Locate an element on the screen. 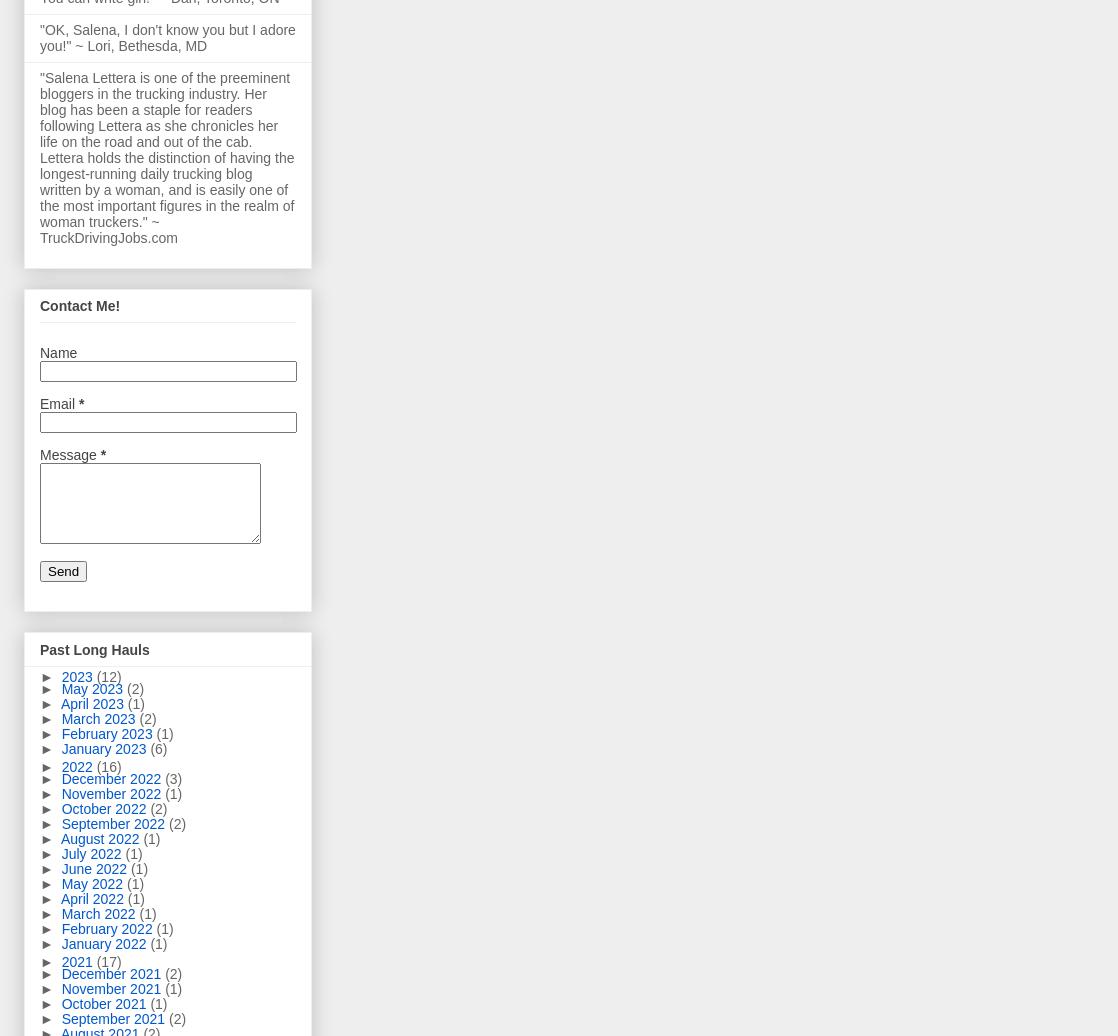  '(16)' is located at coordinates (108, 766).